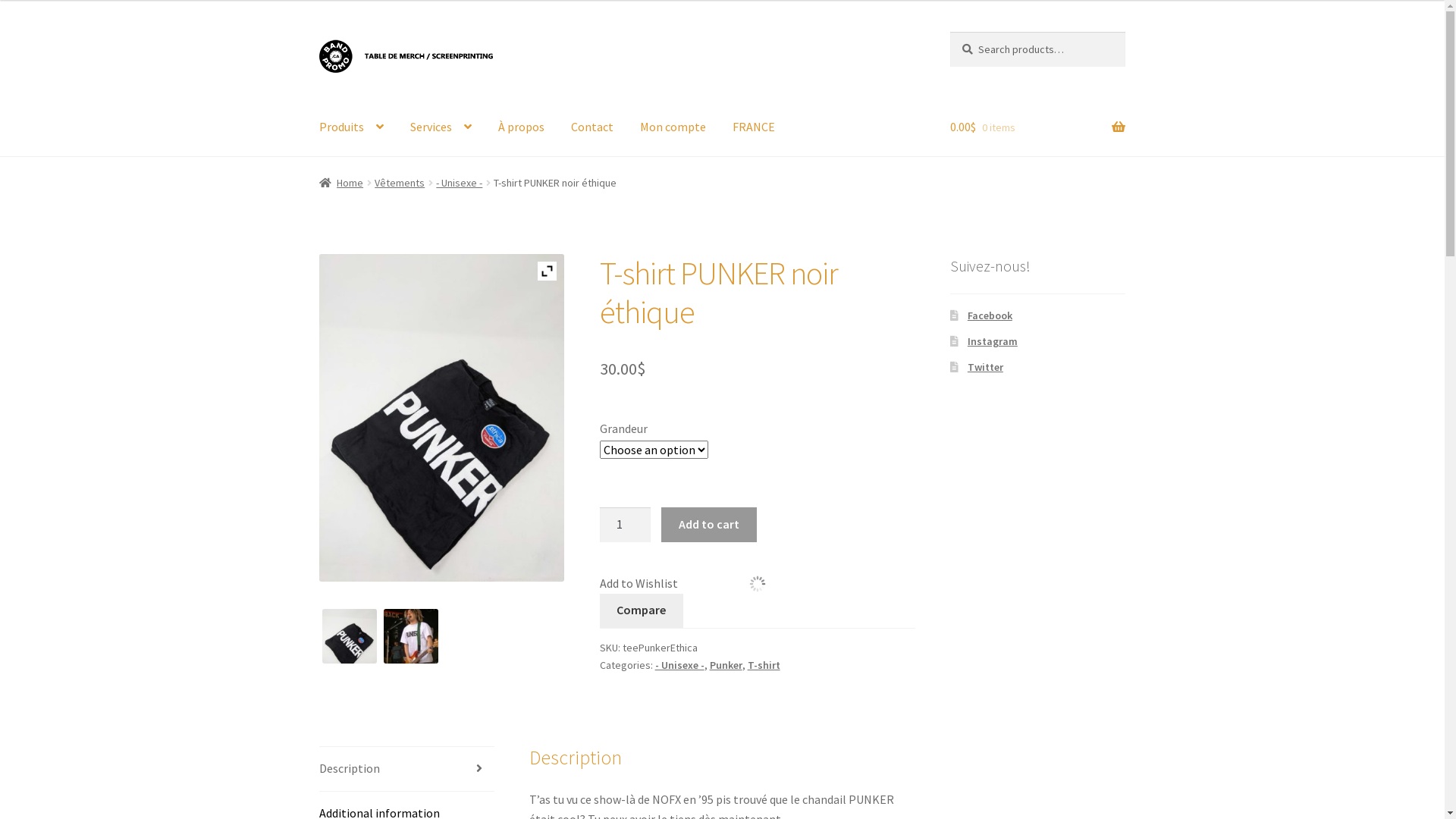 Image resolution: width=1456 pixels, height=819 pixels. I want to click on 'Skip to navigation', so click(318, 31).